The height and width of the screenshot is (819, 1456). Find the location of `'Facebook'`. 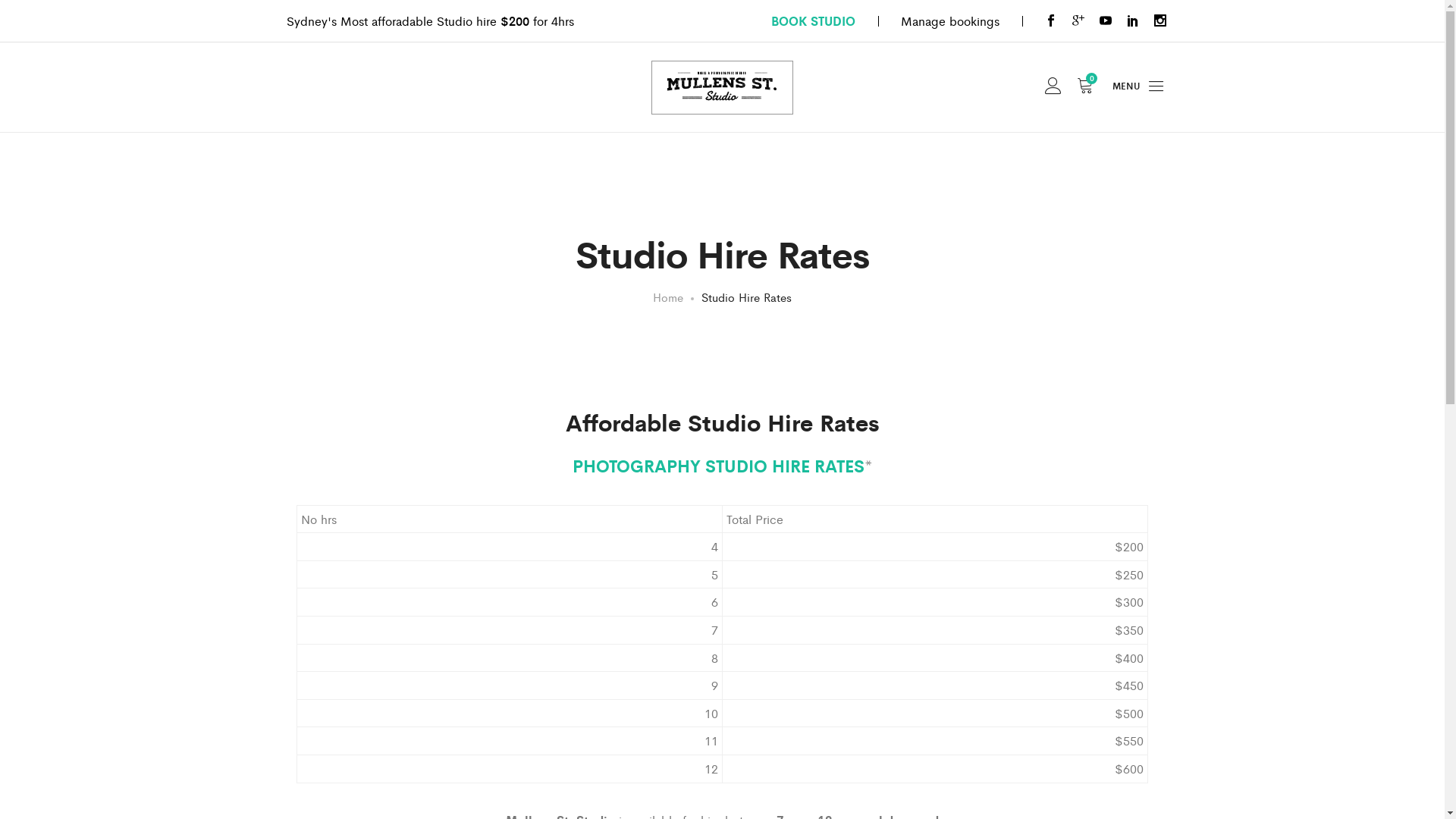

'Facebook' is located at coordinates (1050, 20).